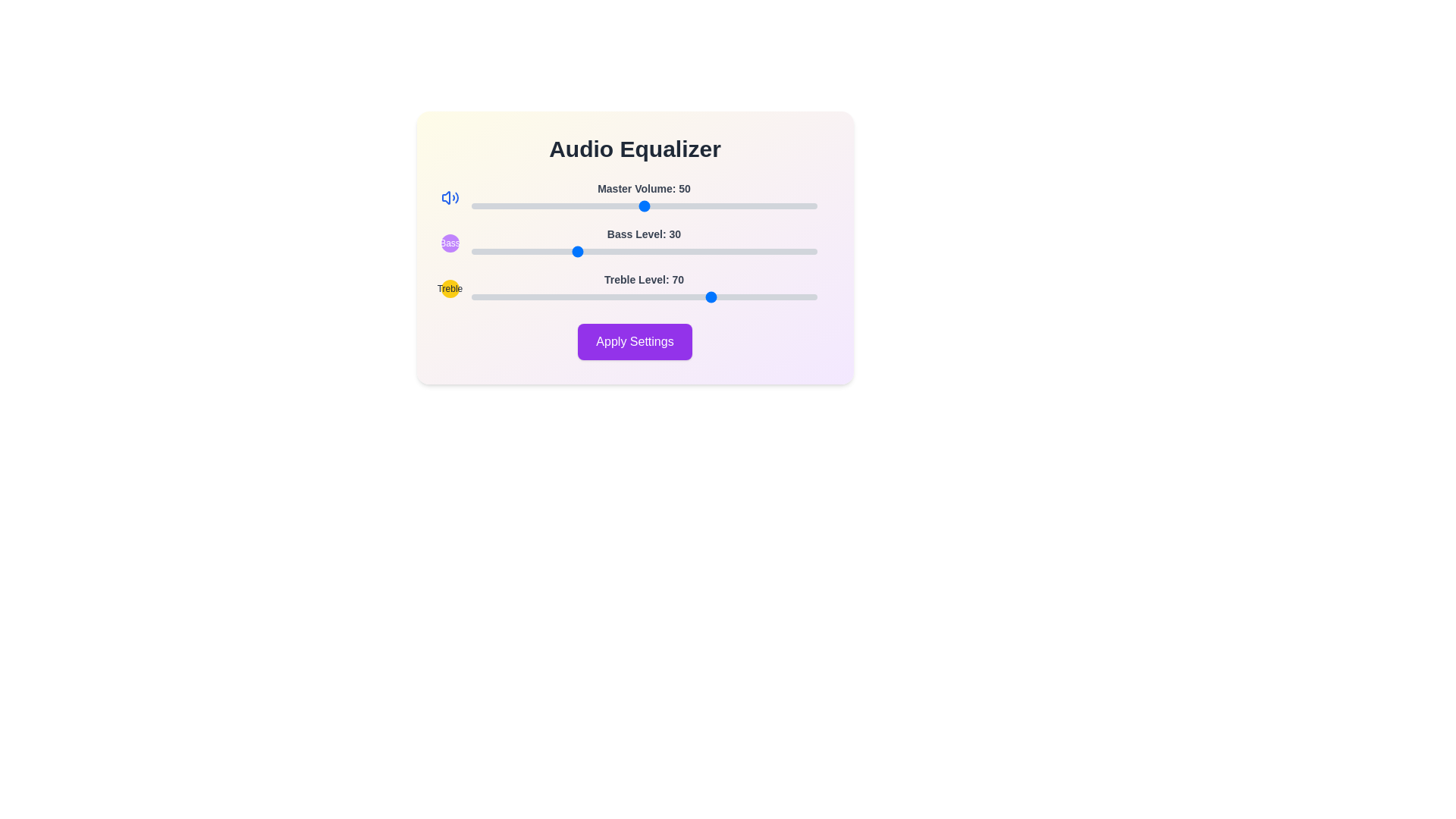 The image size is (1456, 819). What do you see at coordinates (445, 197) in the screenshot?
I see `the volume adjustment icon located near the top-left corner of the central panel, adjacent to the 'Master Volume: 50' slider` at bounding box center [445, 197].